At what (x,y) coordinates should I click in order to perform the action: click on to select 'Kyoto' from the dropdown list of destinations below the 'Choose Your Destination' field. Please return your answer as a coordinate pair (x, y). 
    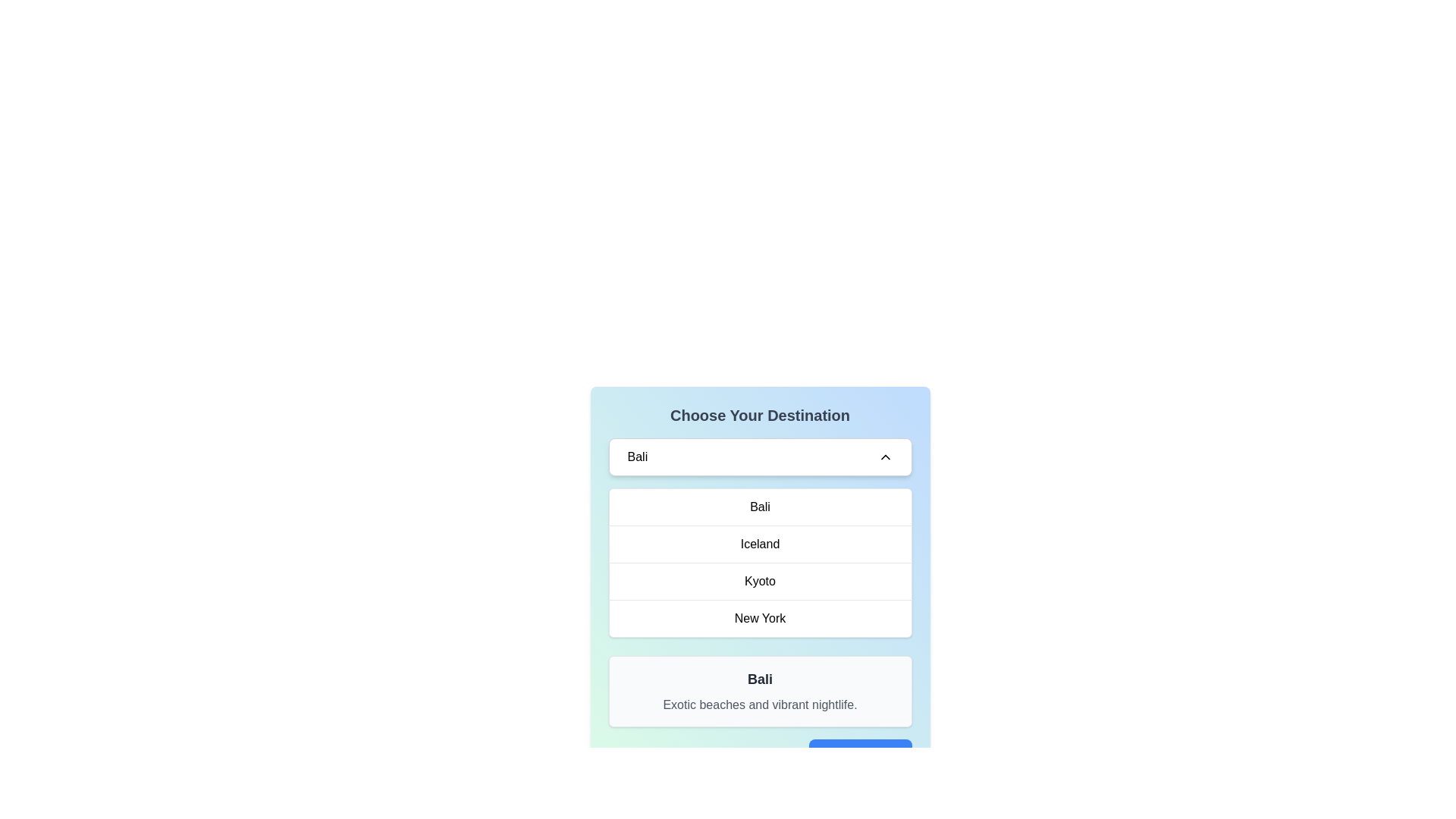
    Looking at the image, I should click on (760, 586).